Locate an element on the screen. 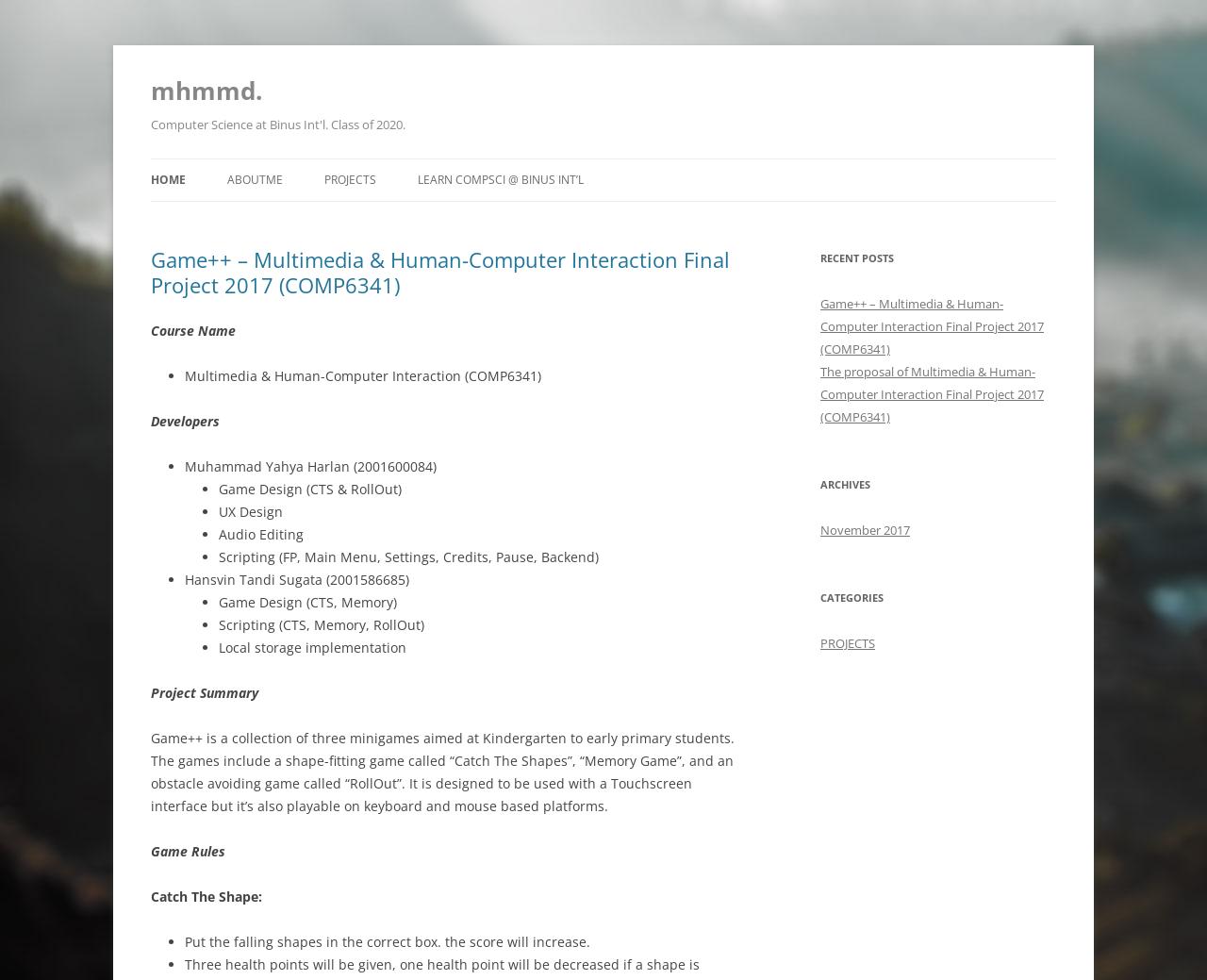  'Scripting (CTS, Memory, RollOut)' is located at coordinates (321, 624).